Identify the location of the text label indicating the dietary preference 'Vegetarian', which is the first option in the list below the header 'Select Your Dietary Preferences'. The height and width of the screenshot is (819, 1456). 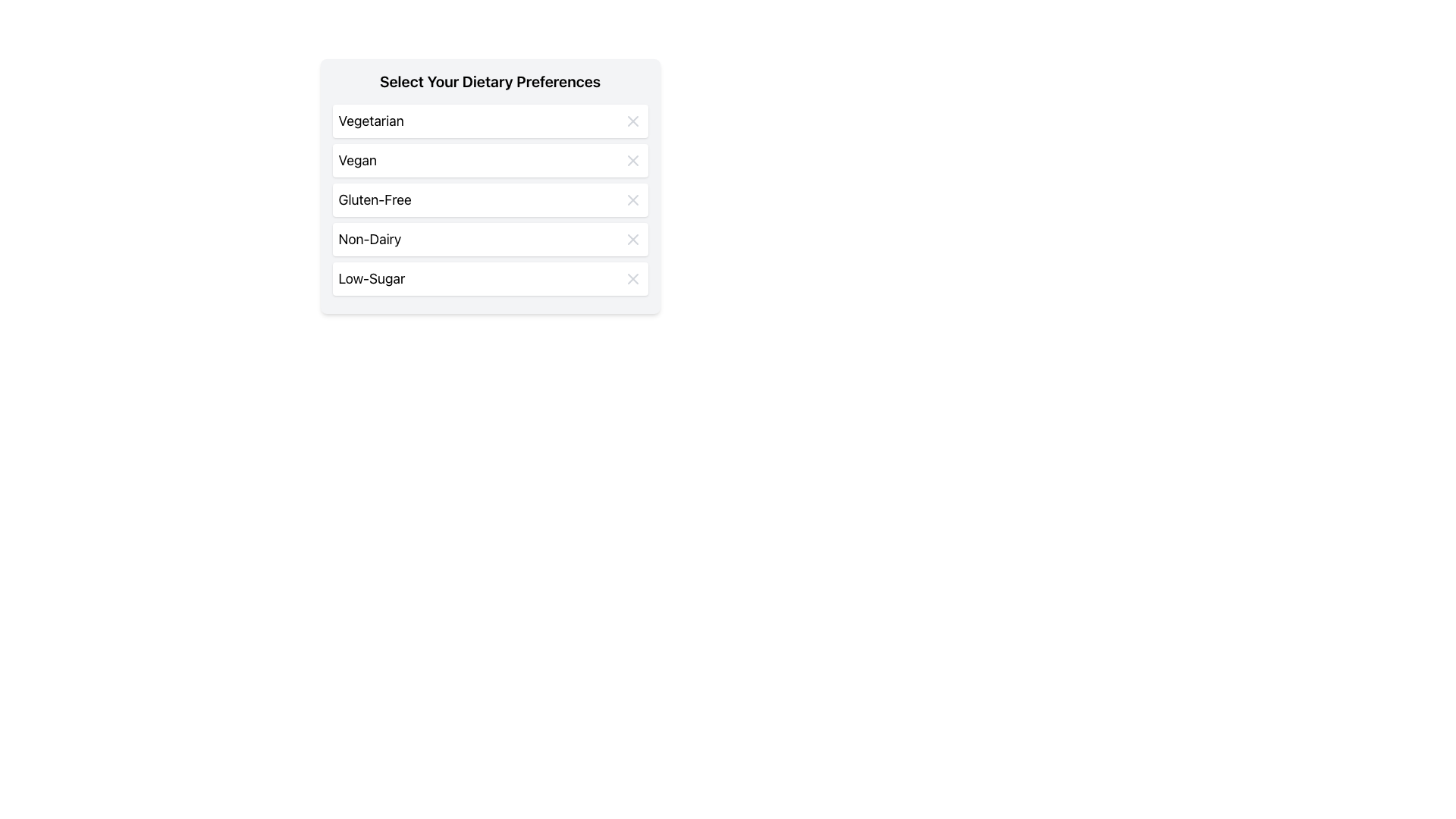
(371, 120).